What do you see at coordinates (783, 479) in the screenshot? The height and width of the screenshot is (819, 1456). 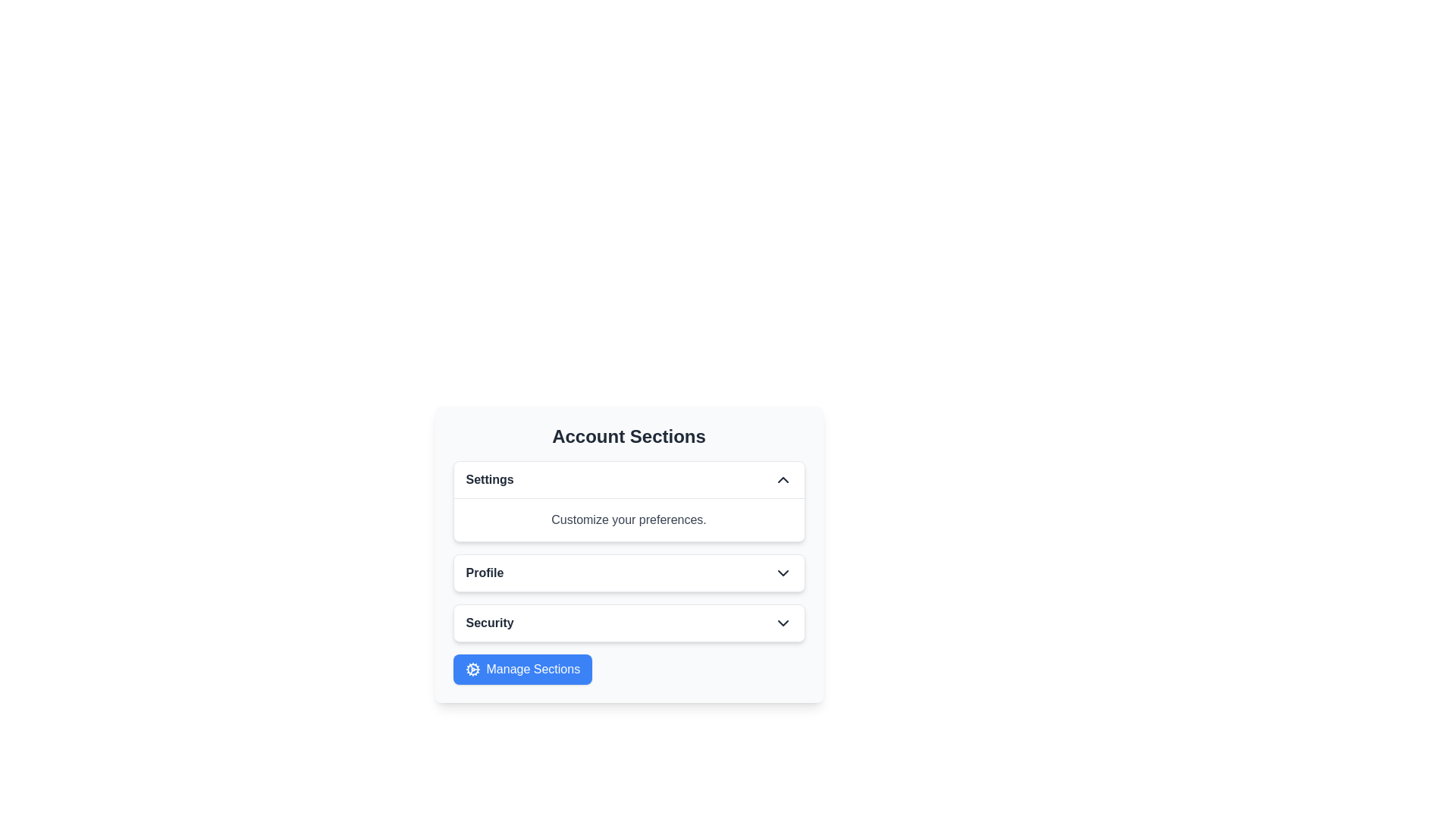 I see `the chevron icon in the 'Settings' section, which is used to expand or collapse the associated content` at bounding box center [783, 479].